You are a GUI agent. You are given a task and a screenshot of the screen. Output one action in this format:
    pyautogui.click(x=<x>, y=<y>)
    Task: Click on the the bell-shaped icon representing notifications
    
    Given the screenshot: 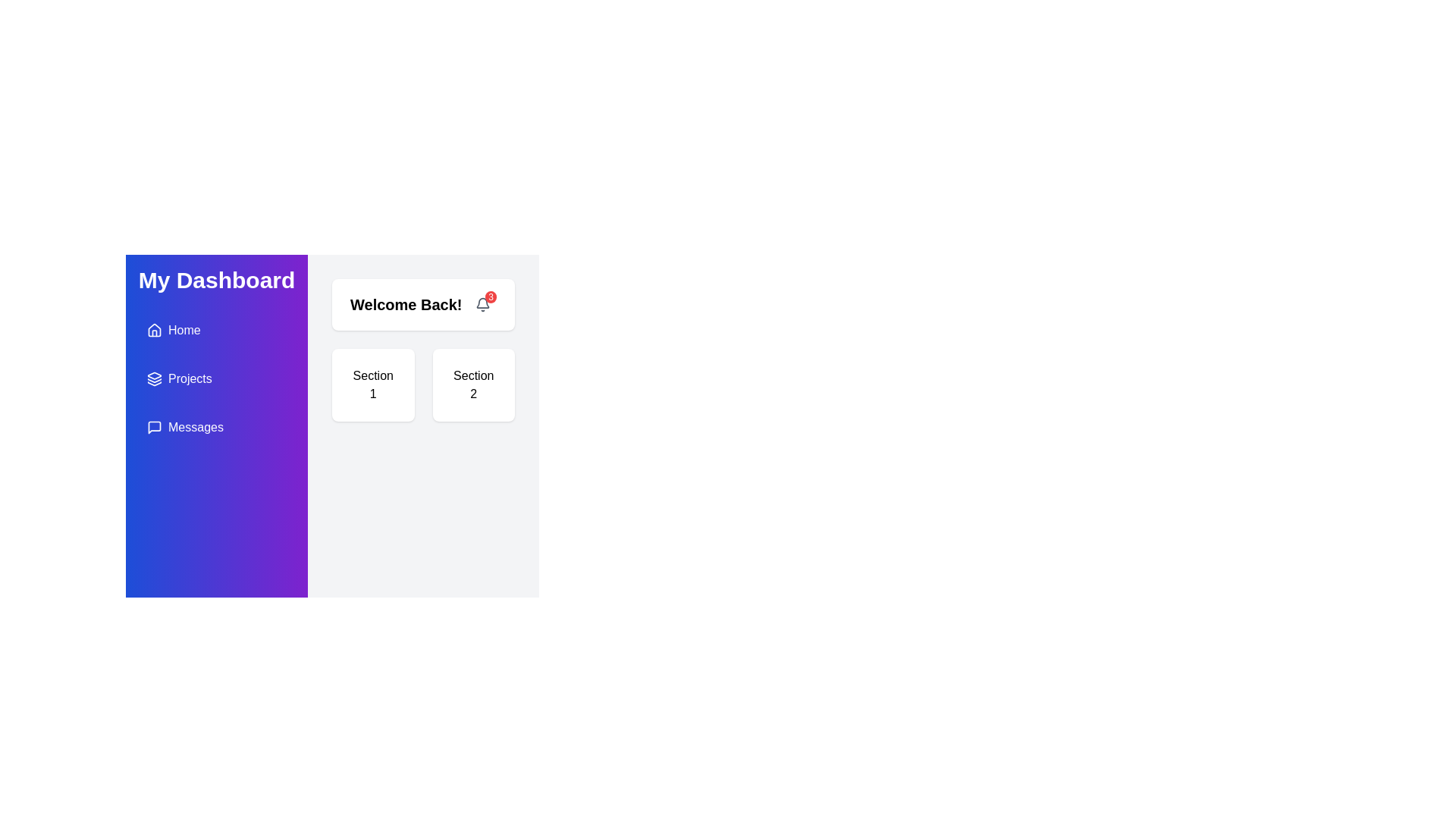 What is the action you would take?
    pyautogui.click(x=482, y=304)
    